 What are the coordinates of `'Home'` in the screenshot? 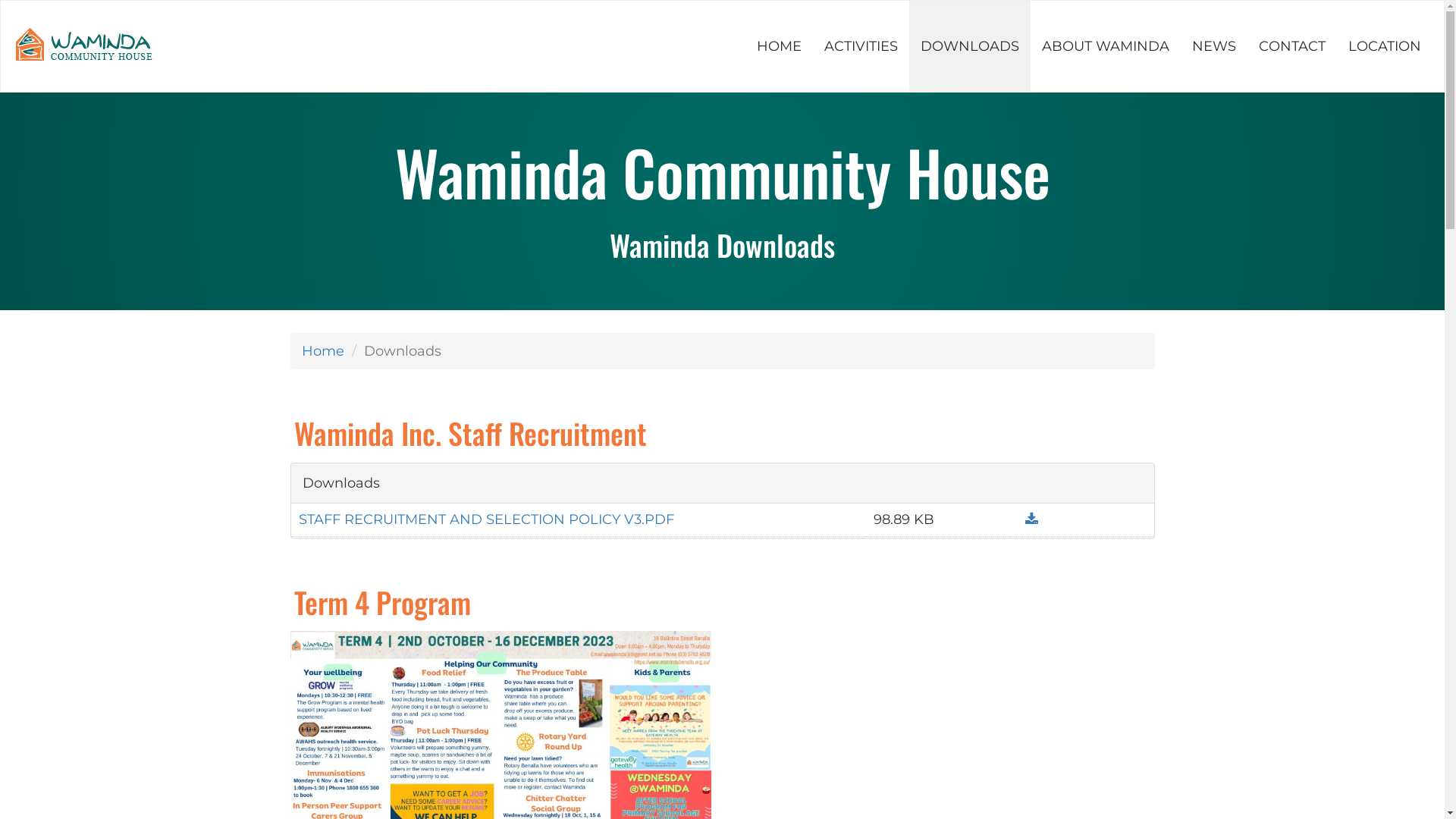 It's located at (322, 350).